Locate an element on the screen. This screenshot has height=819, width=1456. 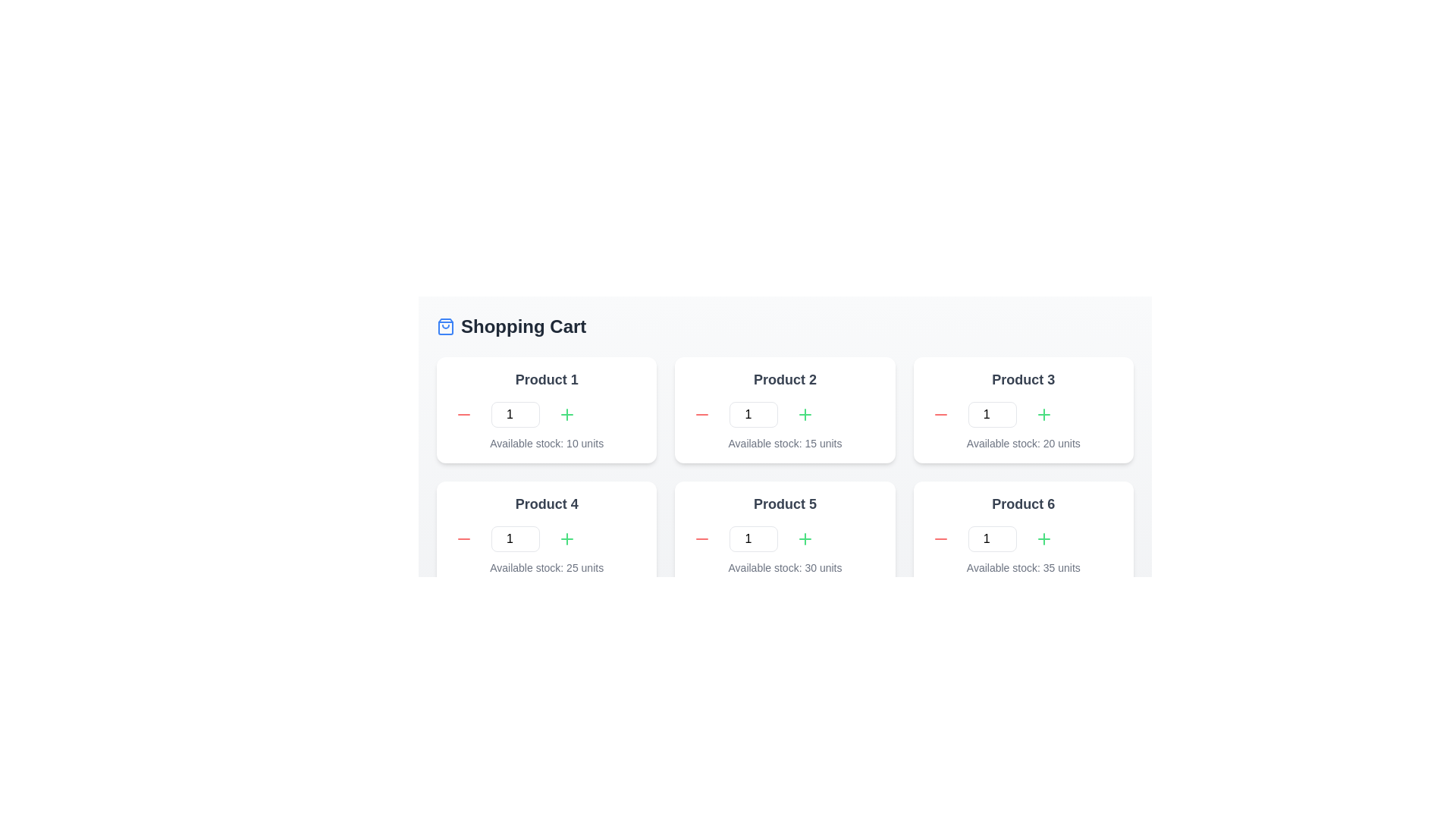
the button that increases the quantity of 'Product 1' in the shopping cart layout is located at coordinates (566, 415).